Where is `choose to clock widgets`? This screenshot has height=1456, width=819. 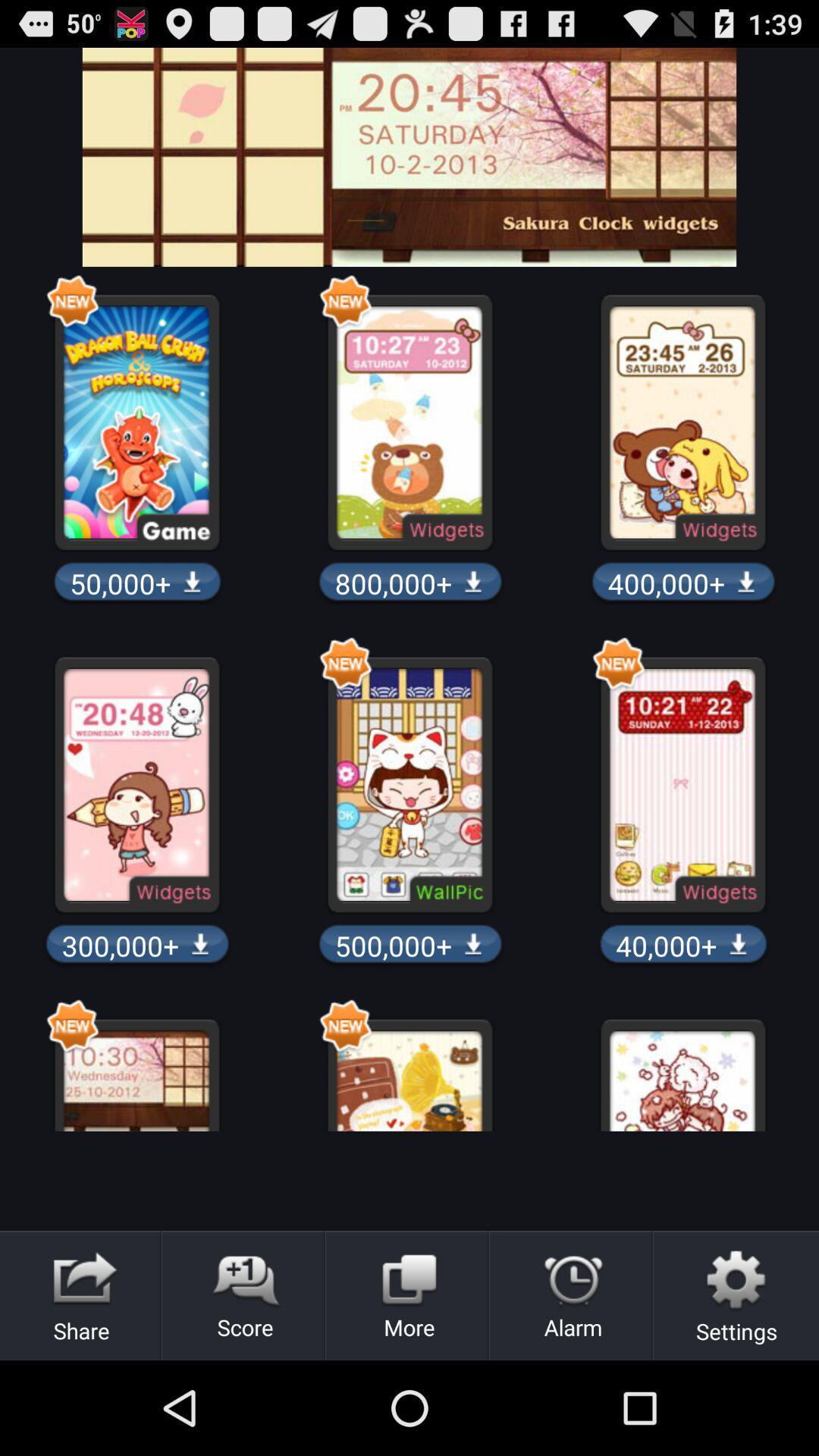 choose to clock widgets is located at coordinates (409, 157).